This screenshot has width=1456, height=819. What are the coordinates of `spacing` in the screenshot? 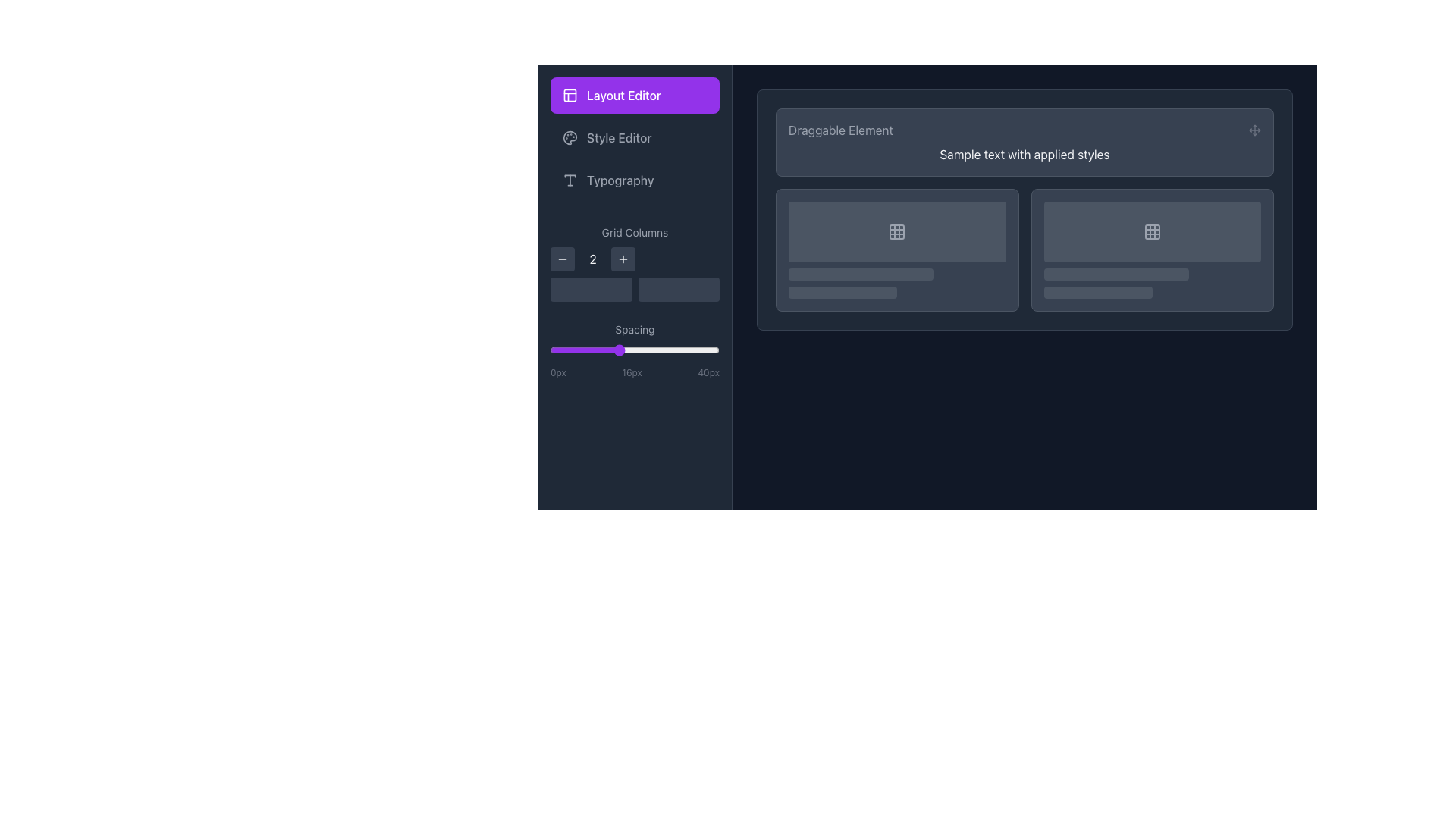 It's located at (549, 350).